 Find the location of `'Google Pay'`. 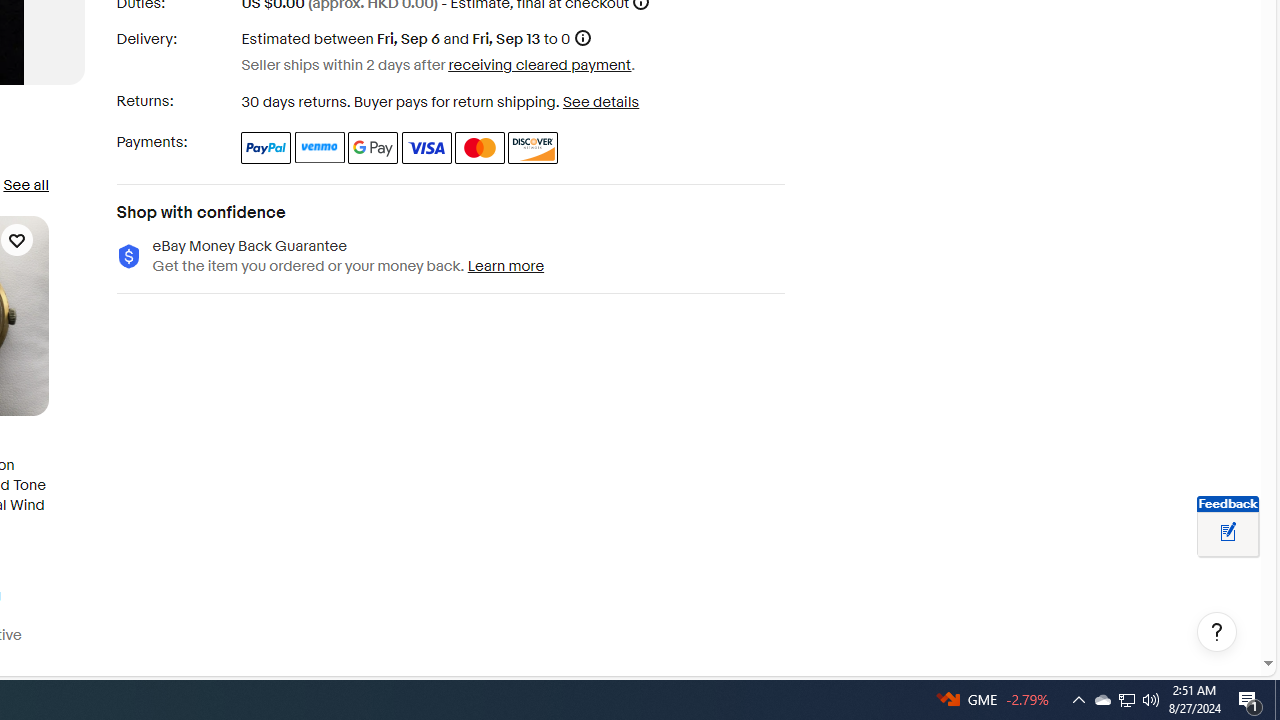

'Google Pay' is located at coordinates (373, 146).